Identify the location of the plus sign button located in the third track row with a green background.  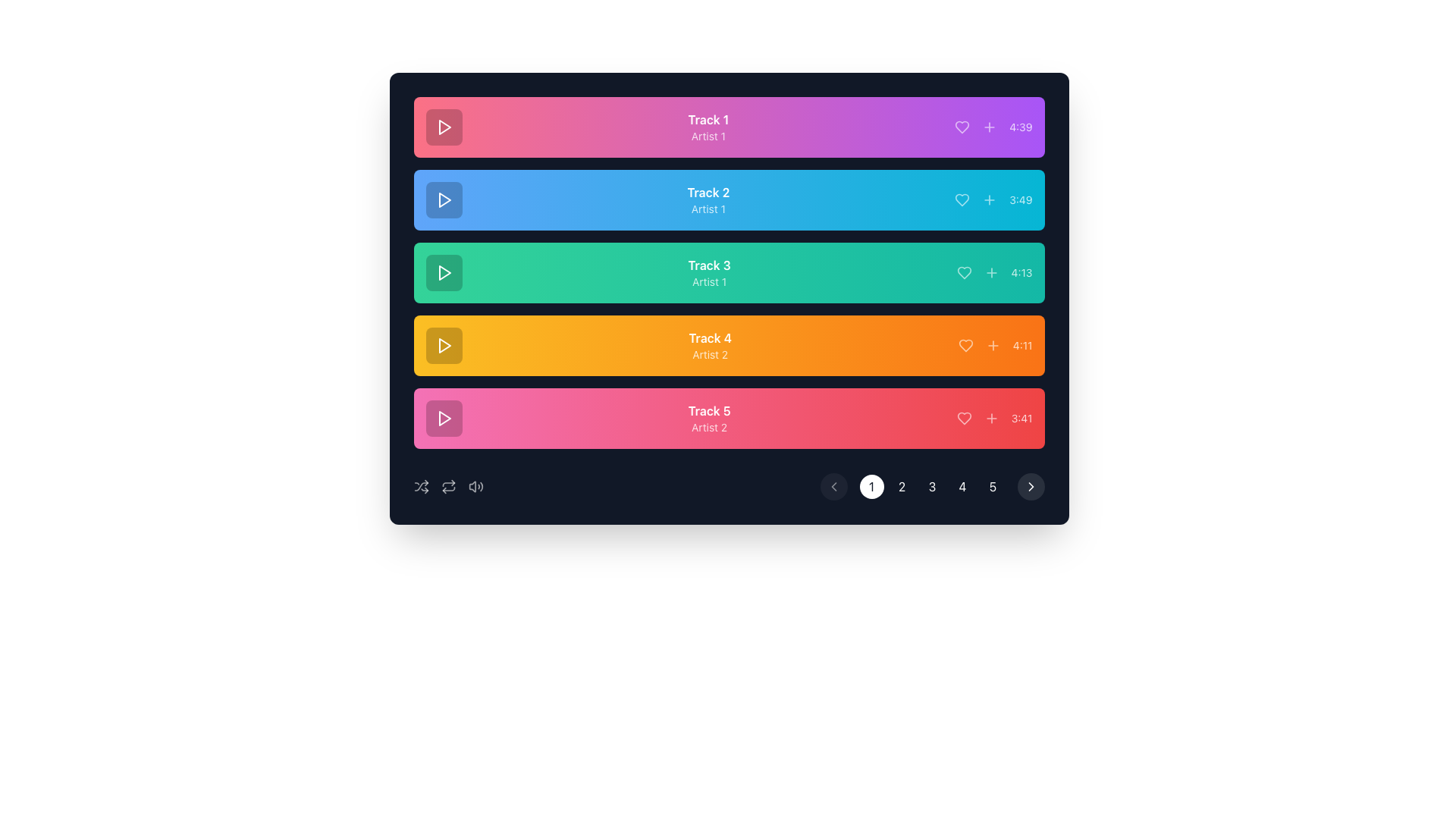
(990, 271).